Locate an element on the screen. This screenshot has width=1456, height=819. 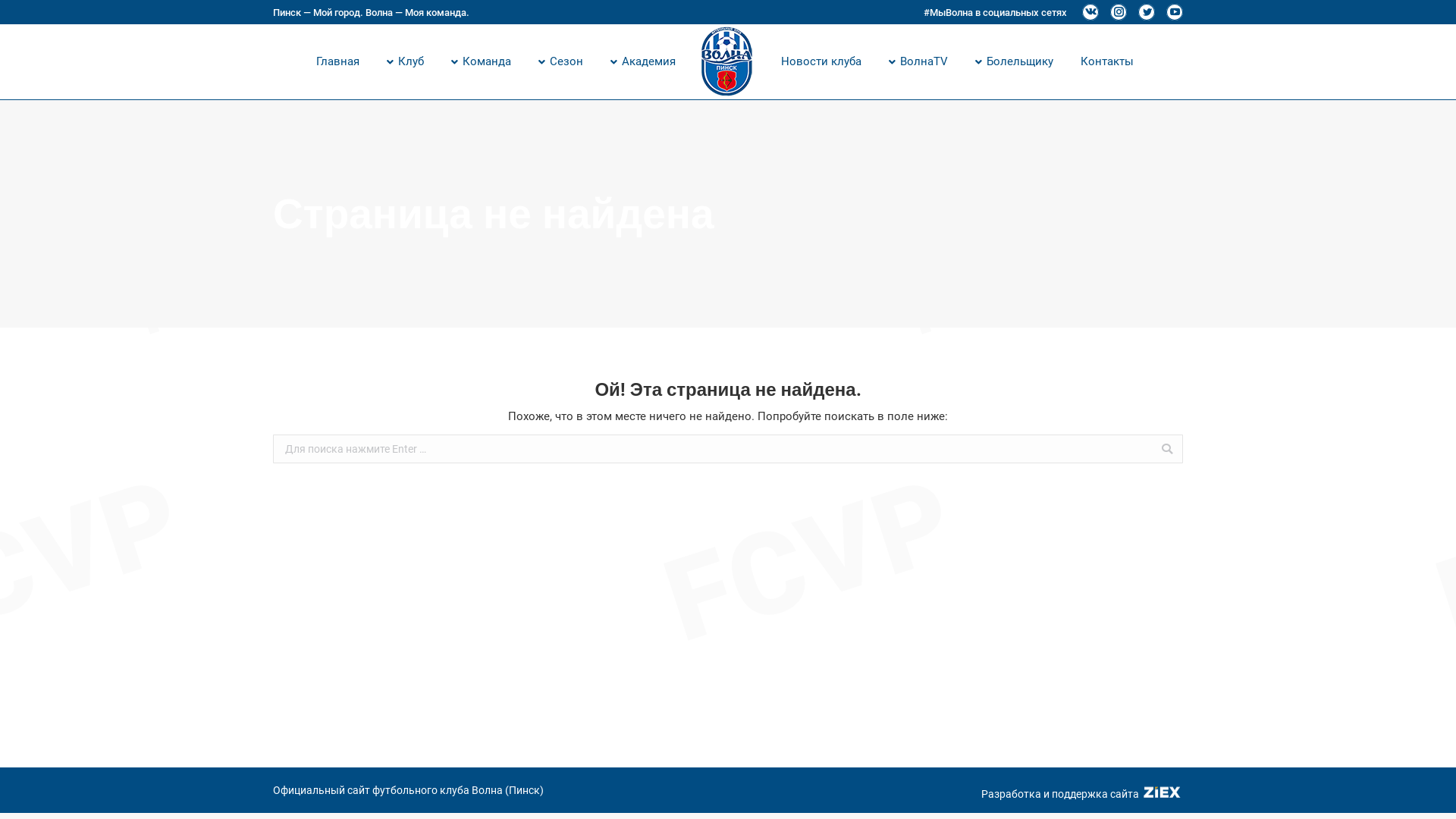
'YouTube' is located at coordinates (1165, 11).